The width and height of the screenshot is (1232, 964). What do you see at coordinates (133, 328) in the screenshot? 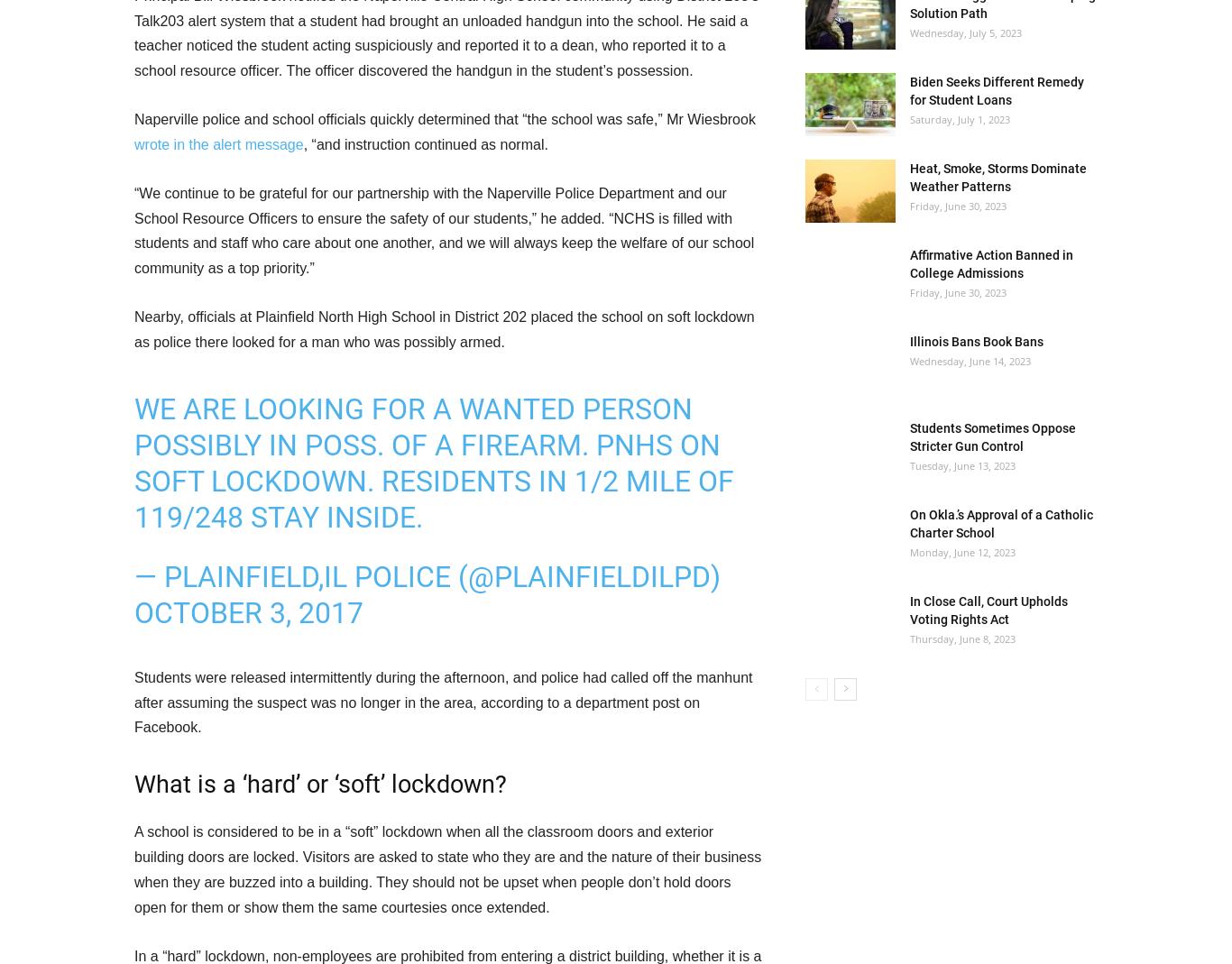
I see `'Nearby, officials at Plainfield North High School in District 202 placed the school on soft lockdown as police there looked for a man who was possibly armed.'` at bounding box center [133, 328].